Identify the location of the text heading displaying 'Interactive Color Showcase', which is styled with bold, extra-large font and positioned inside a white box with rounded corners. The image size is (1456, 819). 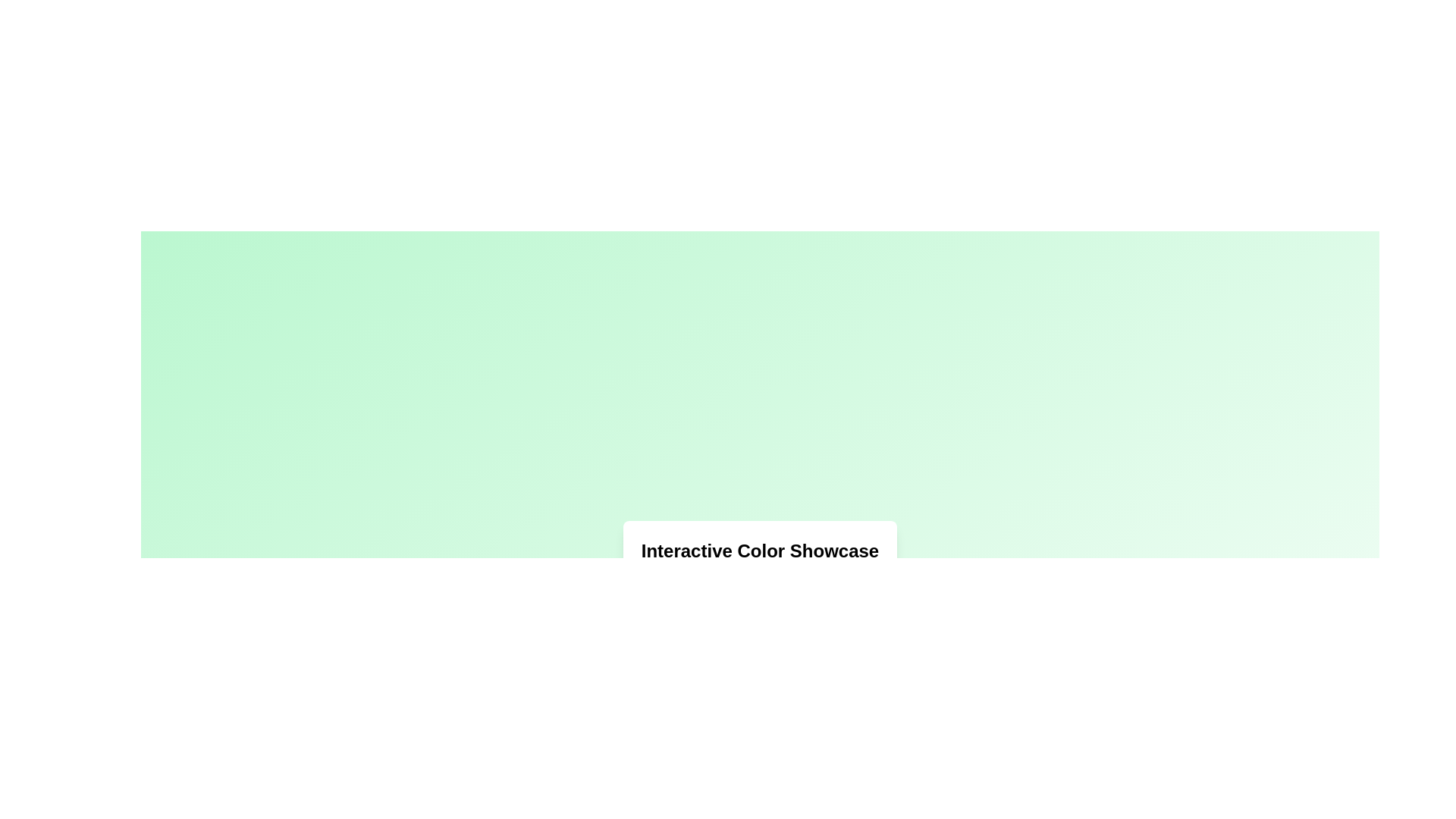
(760, 551).